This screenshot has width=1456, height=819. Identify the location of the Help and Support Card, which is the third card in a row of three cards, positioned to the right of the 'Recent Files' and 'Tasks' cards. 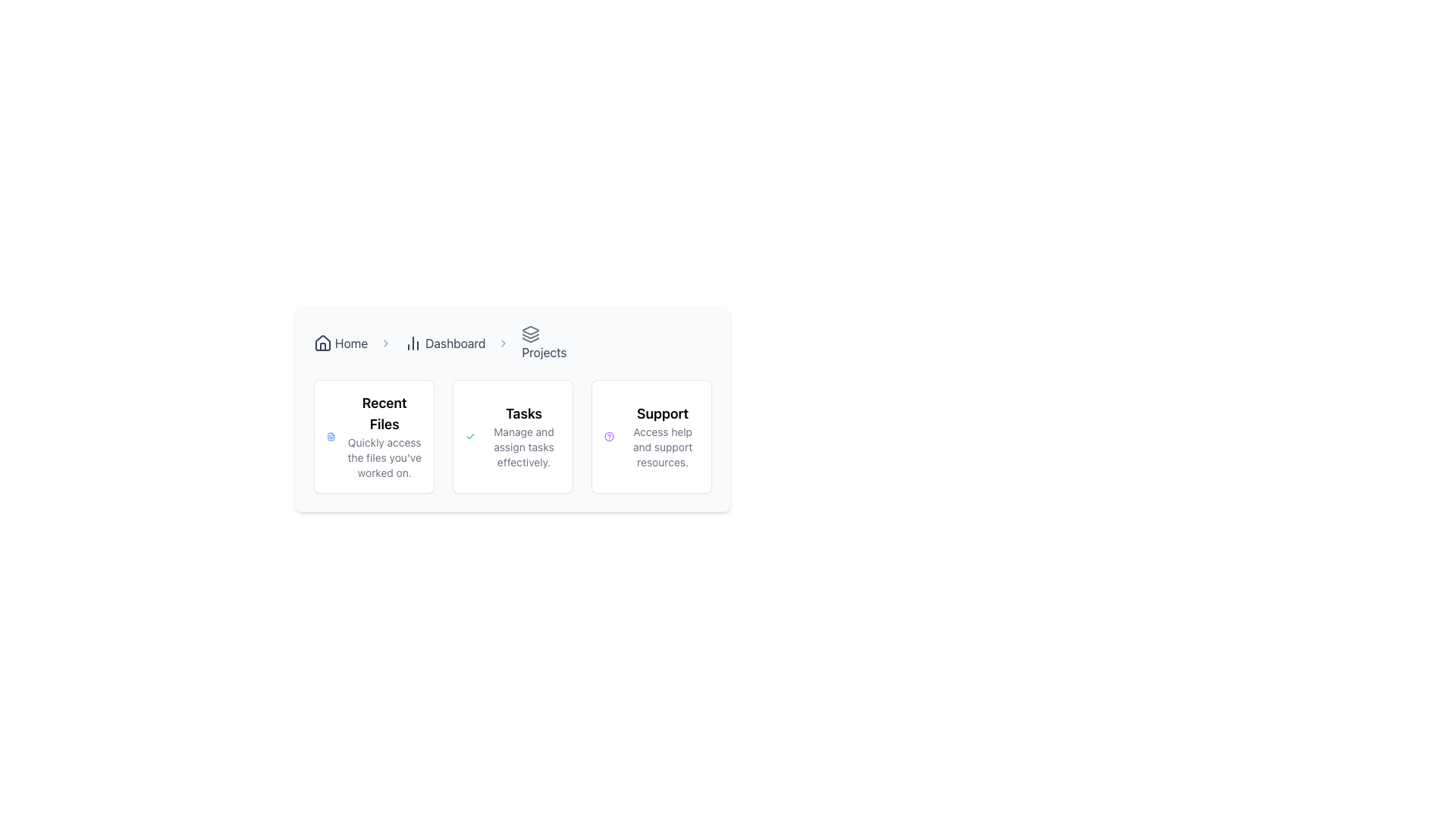
(651, 436).